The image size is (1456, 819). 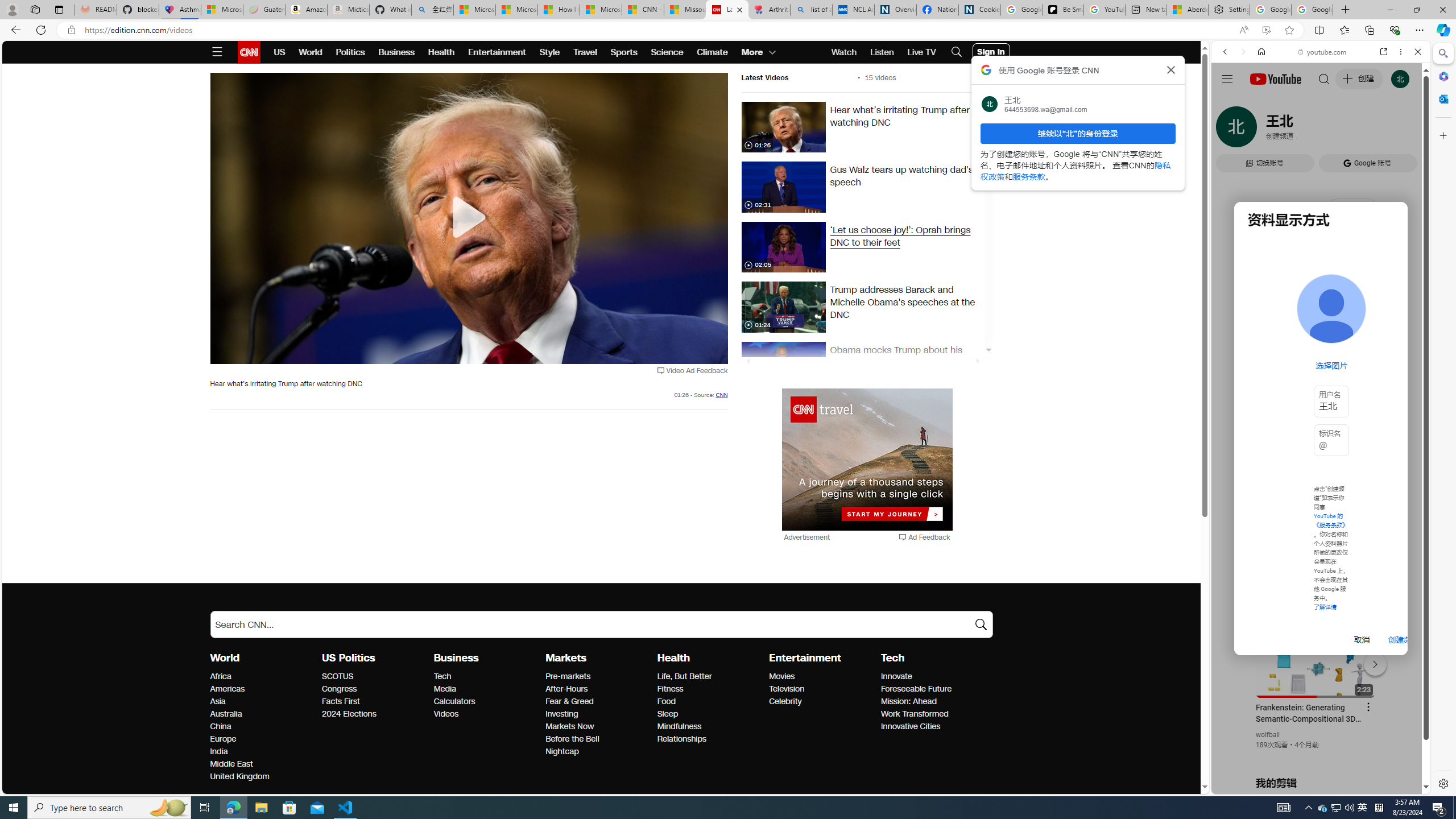 I want to click on 'Australia', so click(x=262, y=714).